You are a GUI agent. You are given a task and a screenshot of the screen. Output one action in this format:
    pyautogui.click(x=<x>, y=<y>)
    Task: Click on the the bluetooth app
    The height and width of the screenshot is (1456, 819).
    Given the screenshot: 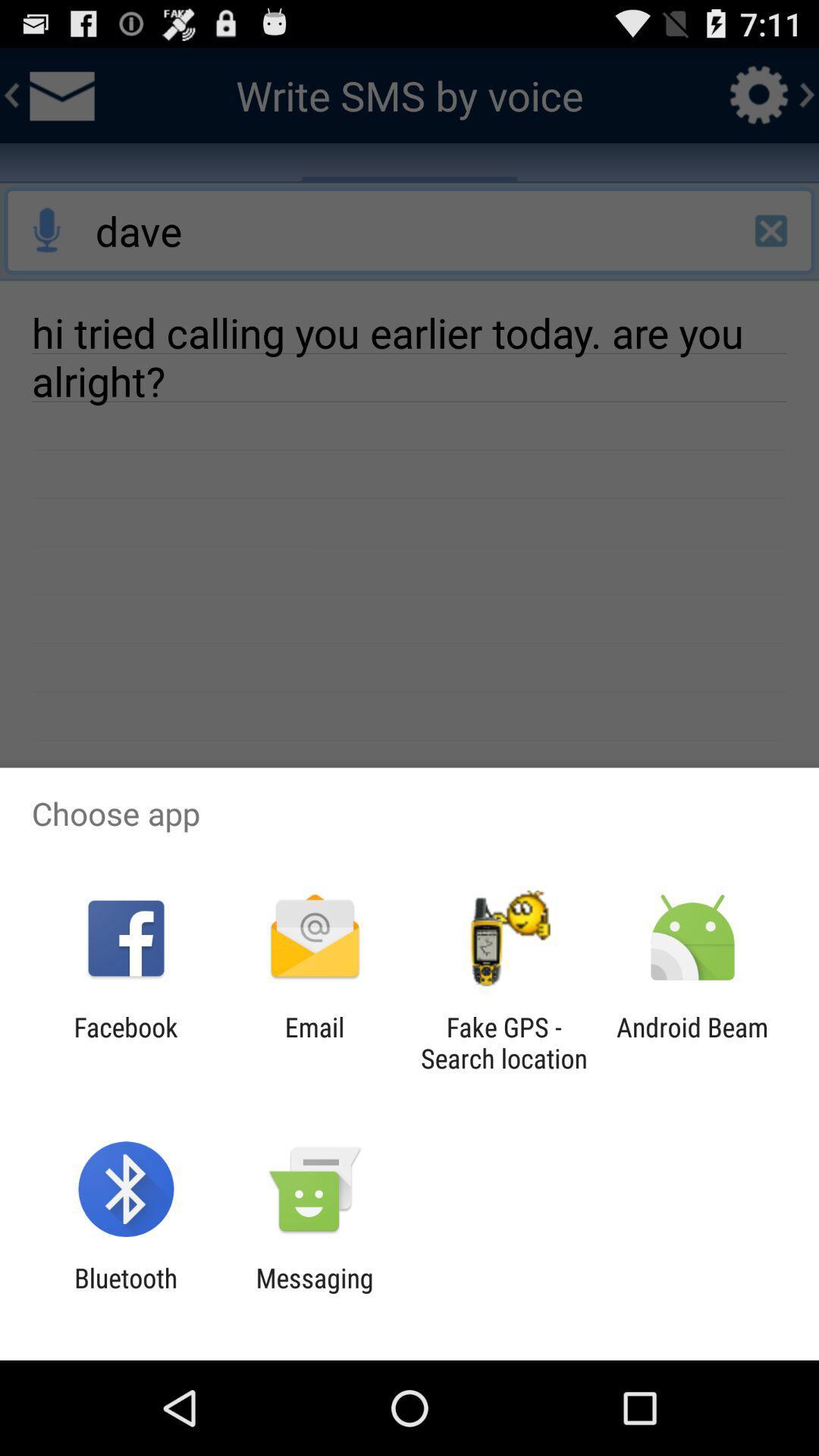 What is the action you would take?
    pyautogui.click(x=125, y=1293)
    